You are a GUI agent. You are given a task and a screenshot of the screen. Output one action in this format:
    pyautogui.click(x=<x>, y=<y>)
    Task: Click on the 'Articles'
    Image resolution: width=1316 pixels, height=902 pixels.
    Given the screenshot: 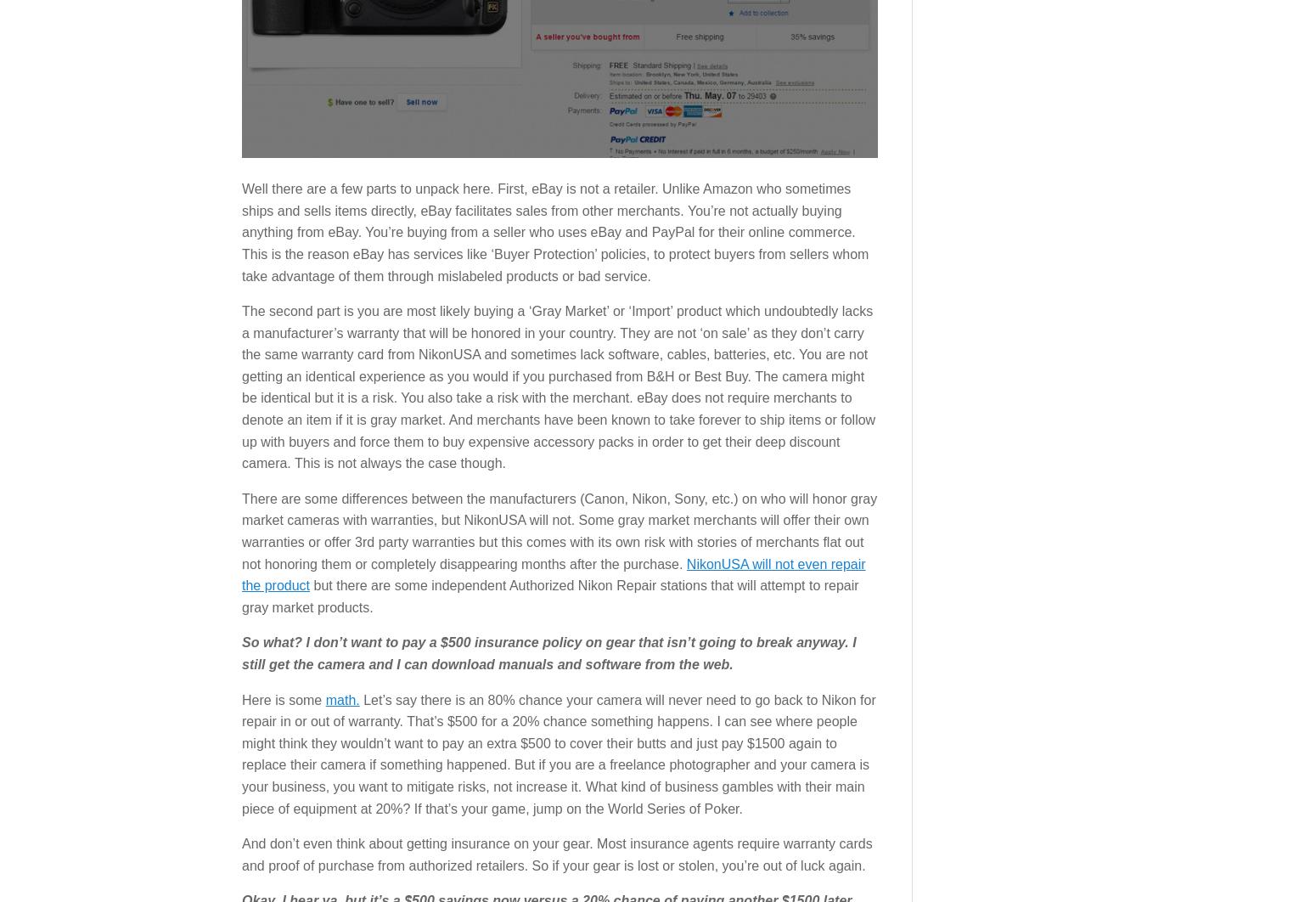 What is the action you would take?
    pyautogui.click(x=257, y=414)
    